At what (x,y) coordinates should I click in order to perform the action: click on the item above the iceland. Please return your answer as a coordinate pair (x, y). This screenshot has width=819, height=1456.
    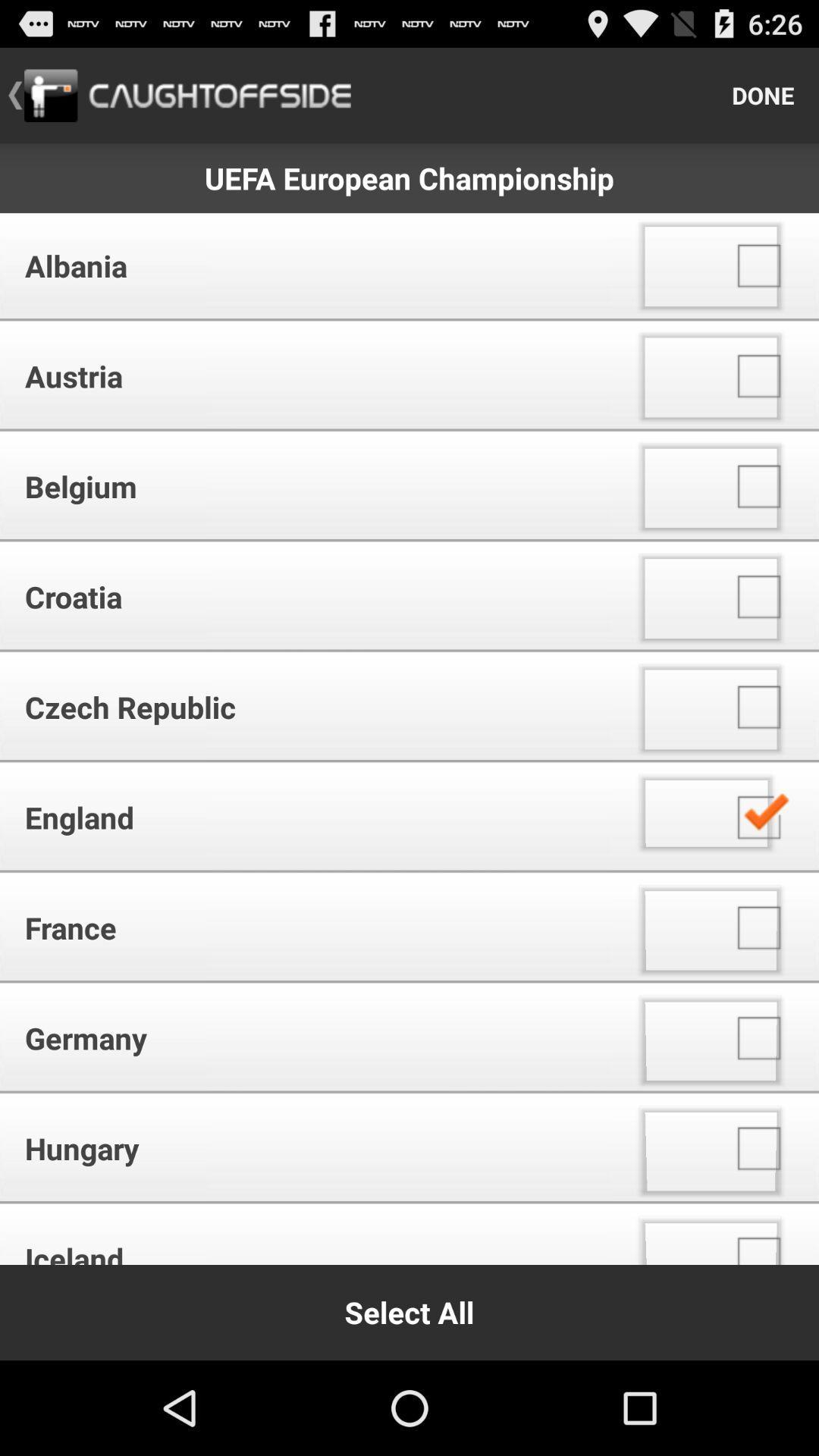
    Looking at the image, I should click on (310, 1148).